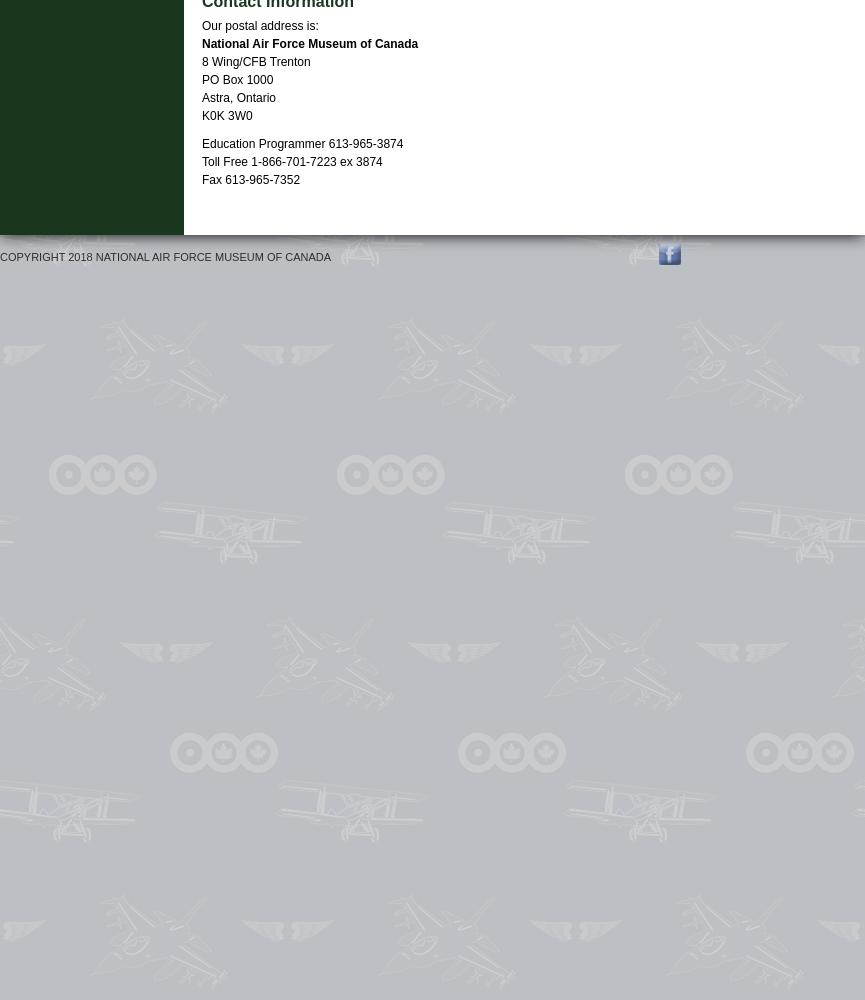 This screenshot has height=1000, width=865. I want to click on 'National Air Force Museum of Canada', so click(310, 44).